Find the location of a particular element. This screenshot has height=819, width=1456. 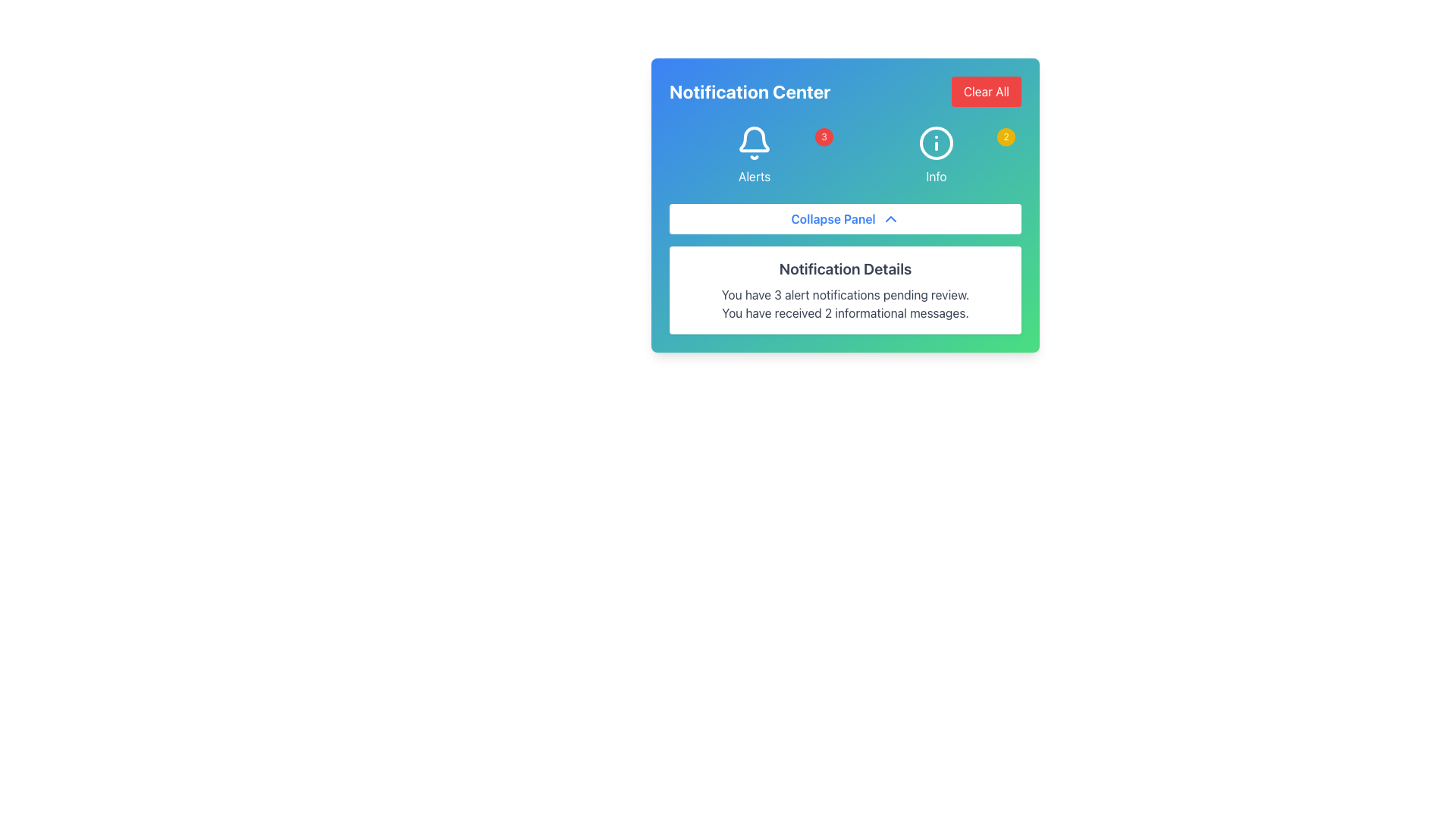

text snippet stating 'You have received 2 informational messages.' located in the Notification Center, directly below the alert notifications message is located at coordinates (844, 312).